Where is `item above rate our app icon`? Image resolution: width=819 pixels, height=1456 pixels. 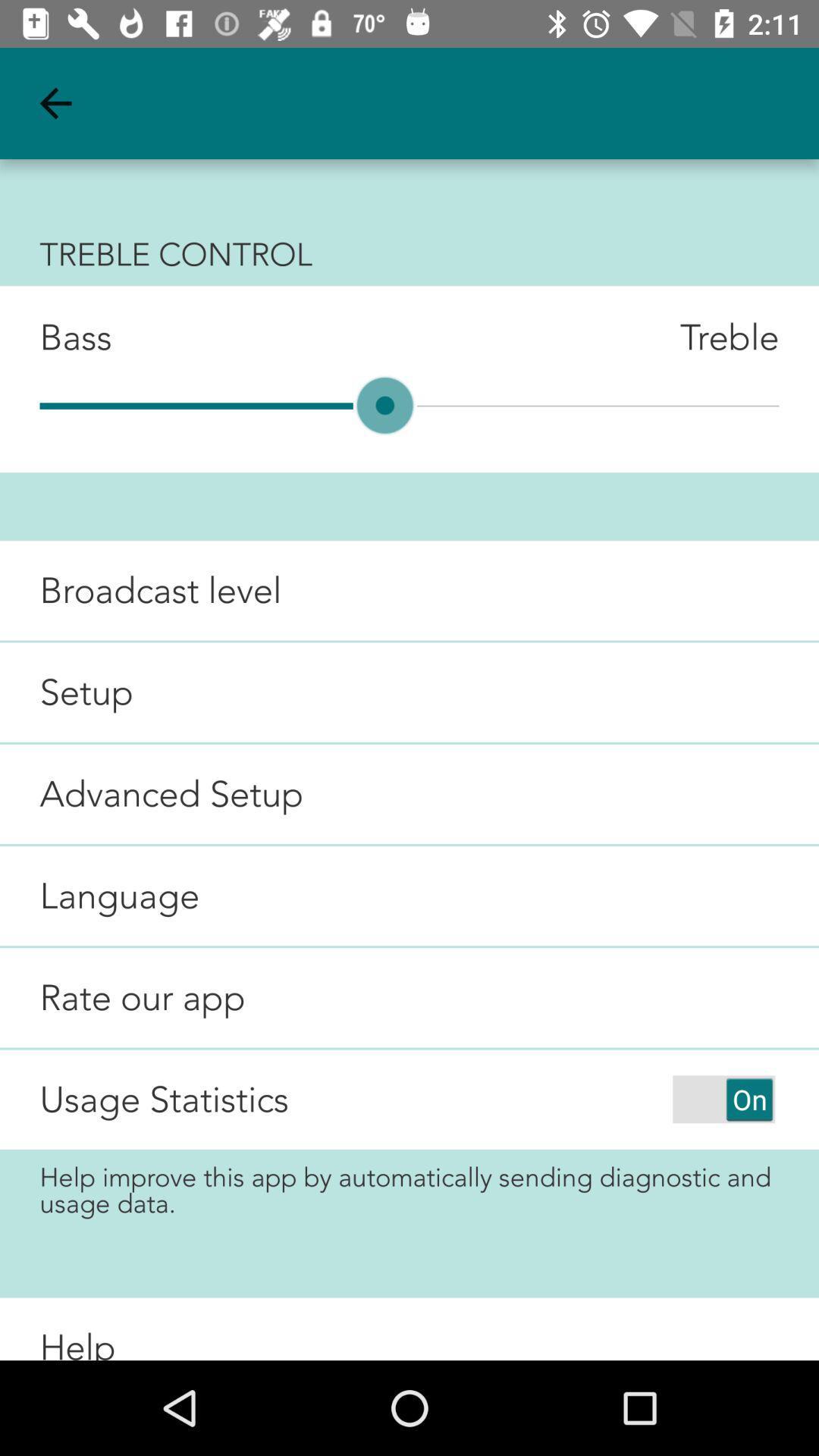
item above rate our app icon is located at coordinates (99, 896).